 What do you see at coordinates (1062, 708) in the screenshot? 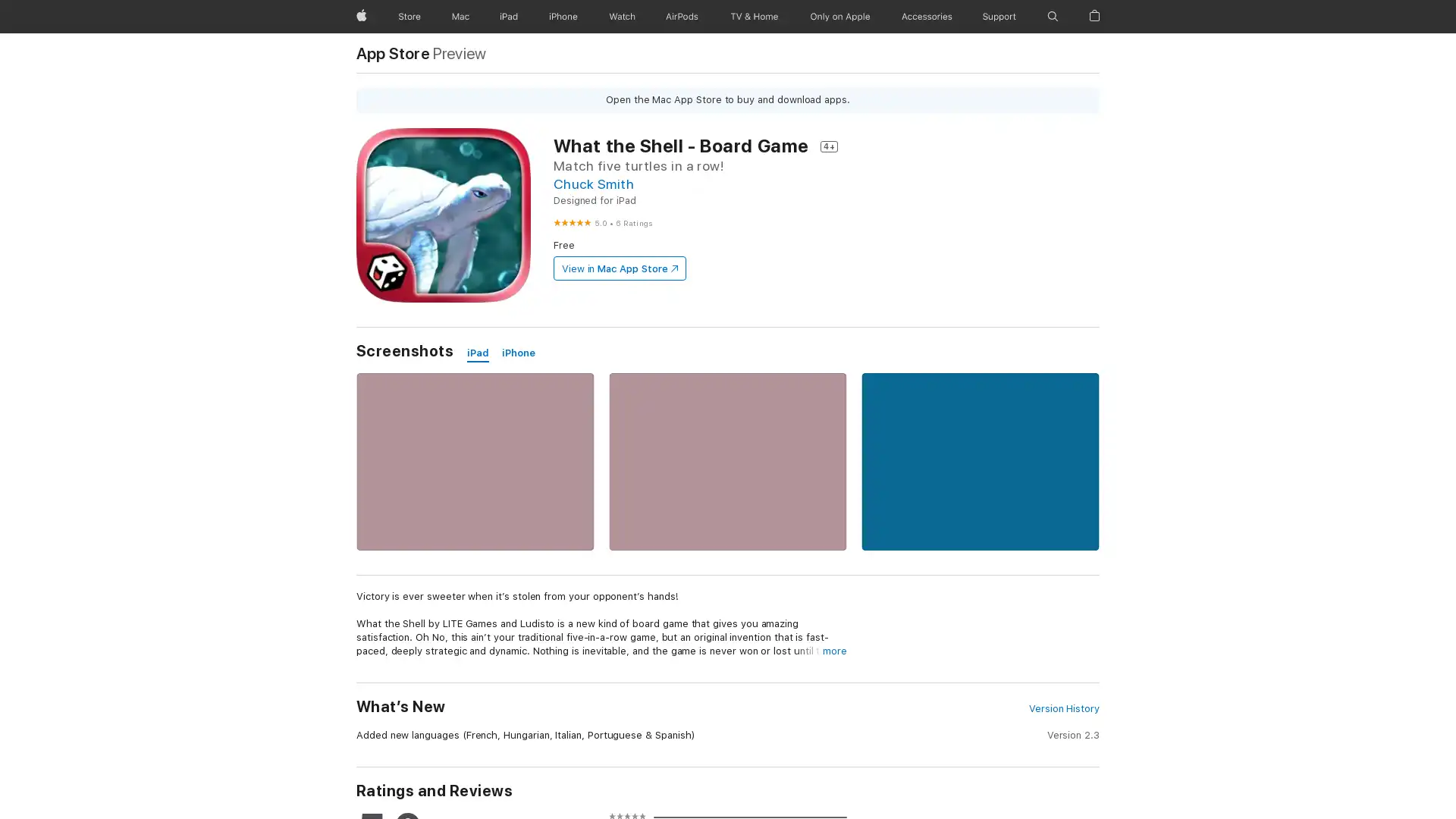
I see `Version History` at bounding box center [1062, 708].